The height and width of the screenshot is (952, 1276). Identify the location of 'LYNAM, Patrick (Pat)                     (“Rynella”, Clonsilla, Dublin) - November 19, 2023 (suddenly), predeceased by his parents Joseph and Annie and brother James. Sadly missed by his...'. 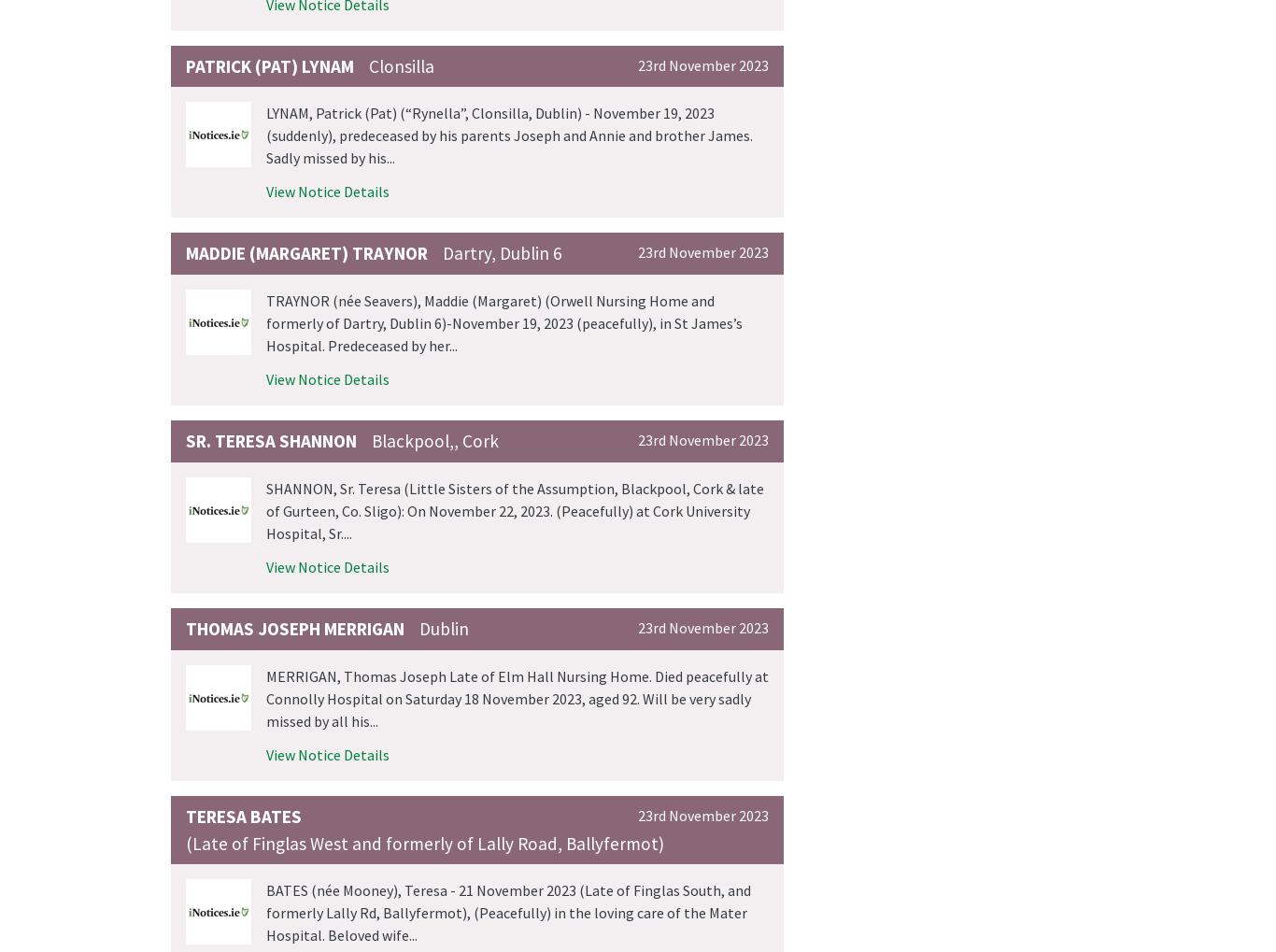
(509, 135).